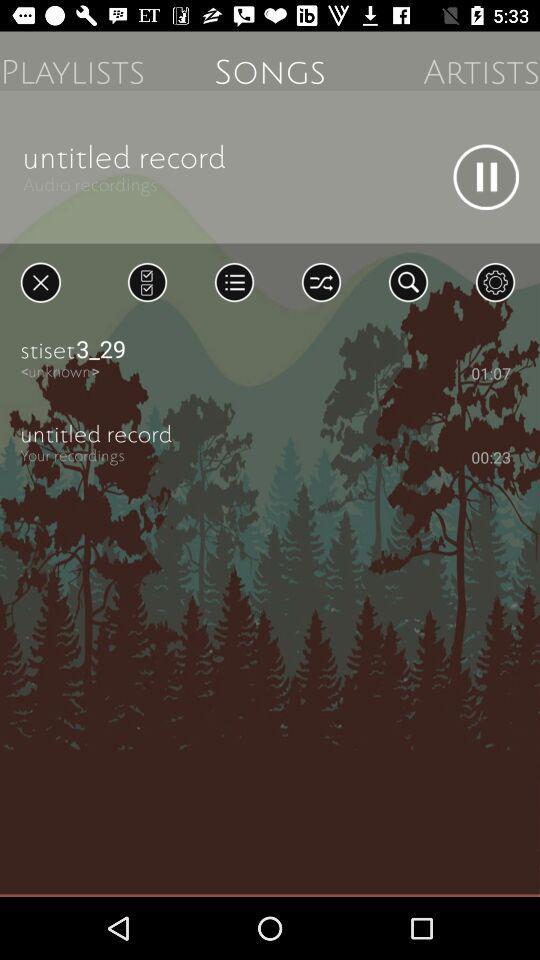 The width and height of the screenshot is (540, 960). What do you see at coordinates (233, 281) in the screenshot?
I see `see list` at bounding box center [233, 281].